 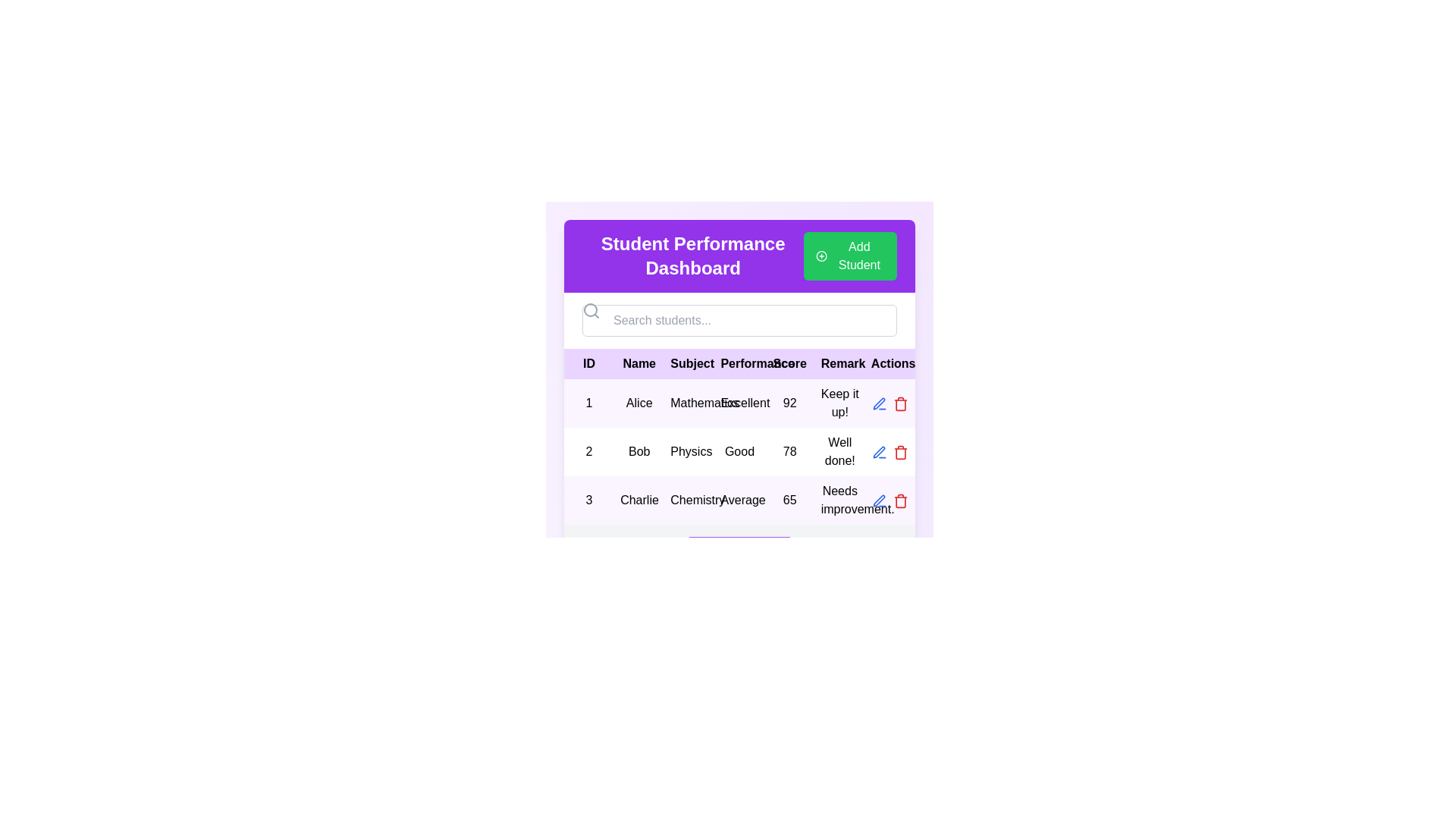 What do you see at coordinates (839, 403) in the screenshot?
I see `the text label 'Keep it up!' located in the 'Remark' column of the first row in the performance data table` at bounding box center [839, 403].